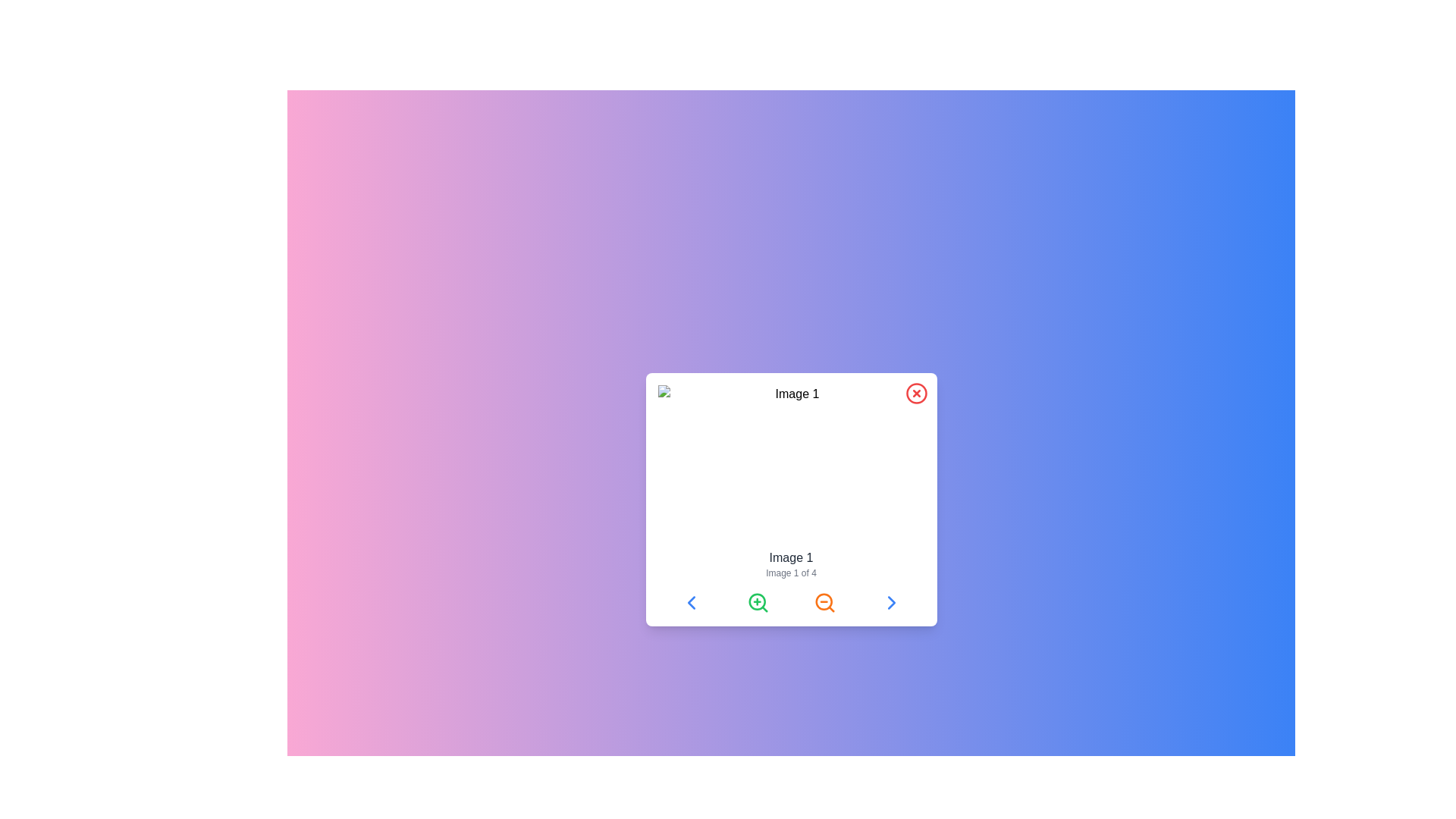  What do you see at coordinates (758, 601) in the screenshot?
I see `the zoom-in button located centrally at the bottom of the dialog box` at bounding box center [758, 601].